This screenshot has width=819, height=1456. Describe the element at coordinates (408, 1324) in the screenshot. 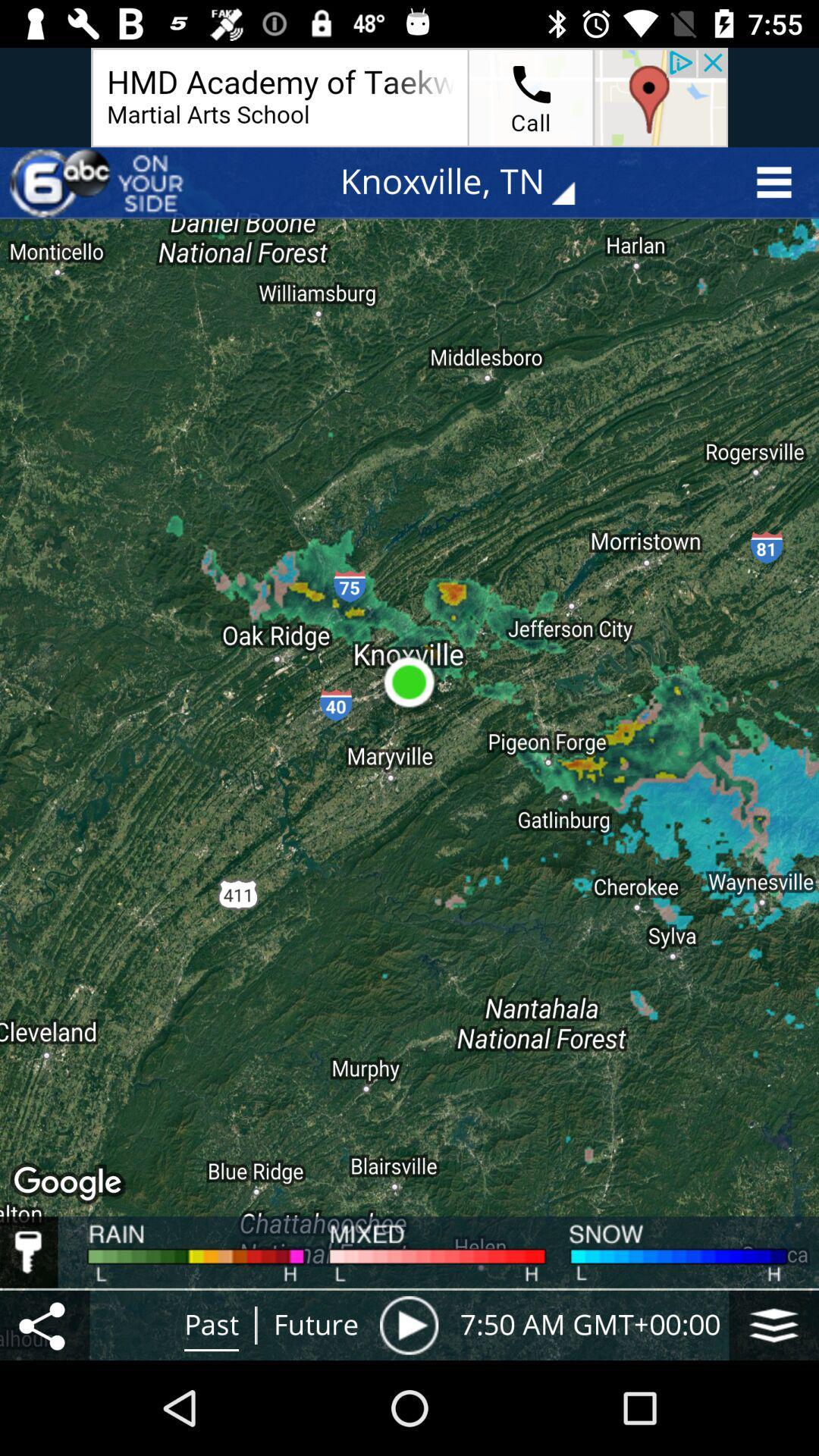

I see `the item to the right of the future` at that location.